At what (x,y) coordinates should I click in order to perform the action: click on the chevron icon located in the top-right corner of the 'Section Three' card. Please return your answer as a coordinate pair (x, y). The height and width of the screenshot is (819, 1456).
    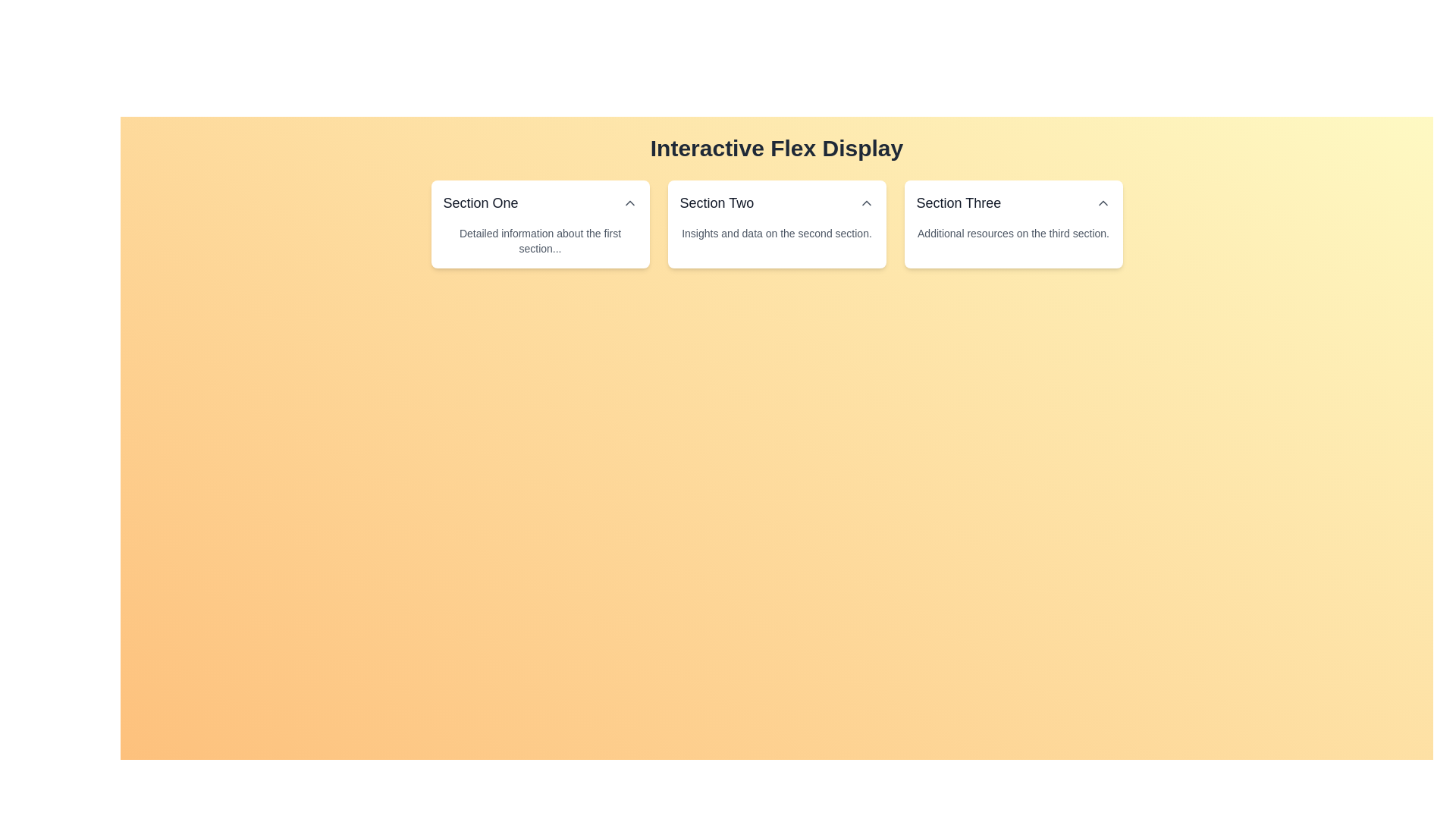
    Looking at the image, I should click on (1103, 202).